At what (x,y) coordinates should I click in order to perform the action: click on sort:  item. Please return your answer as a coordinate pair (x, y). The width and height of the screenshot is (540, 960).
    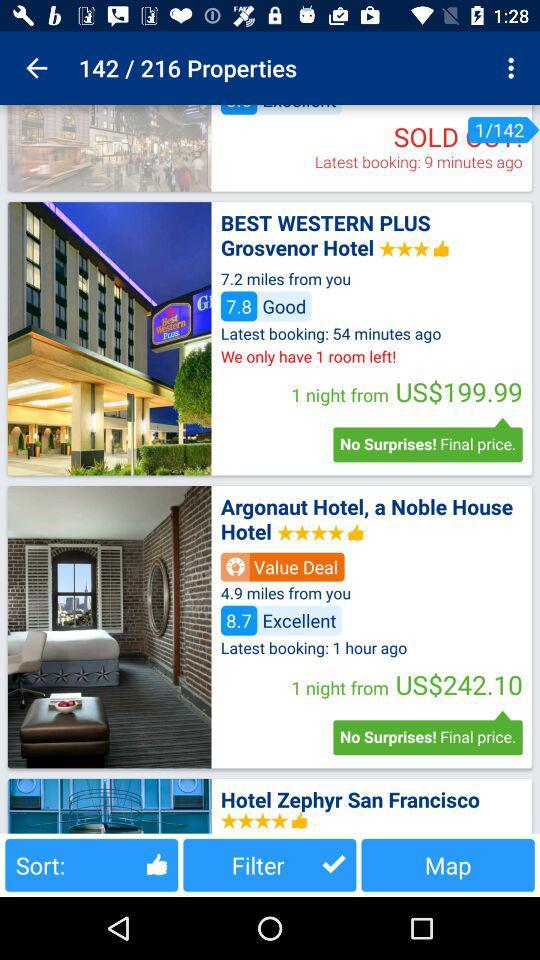
    Looking at the image, I should click on (90, 864).